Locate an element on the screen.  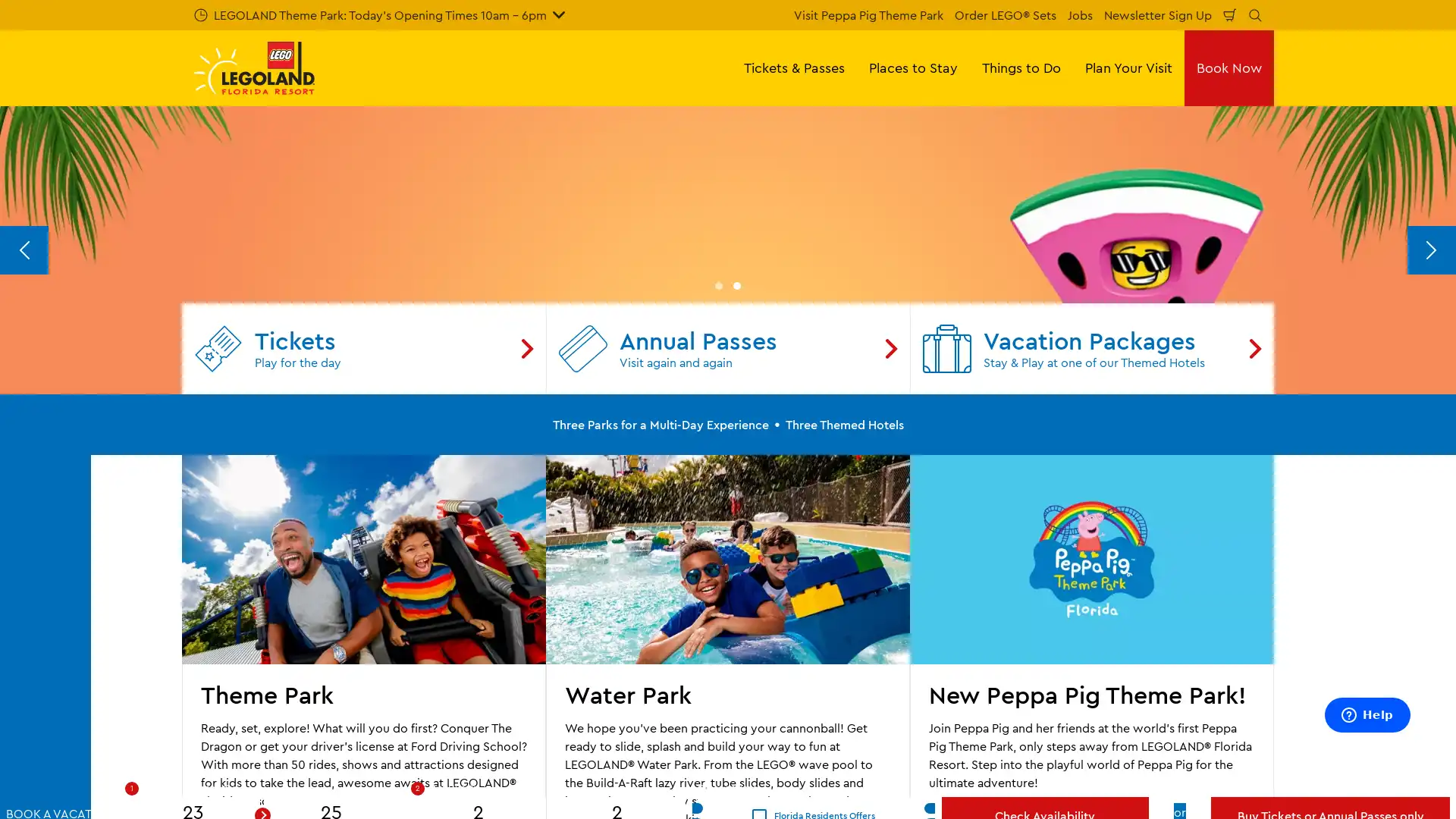
Plan Your Visit is located at coordinates (1128, 67).